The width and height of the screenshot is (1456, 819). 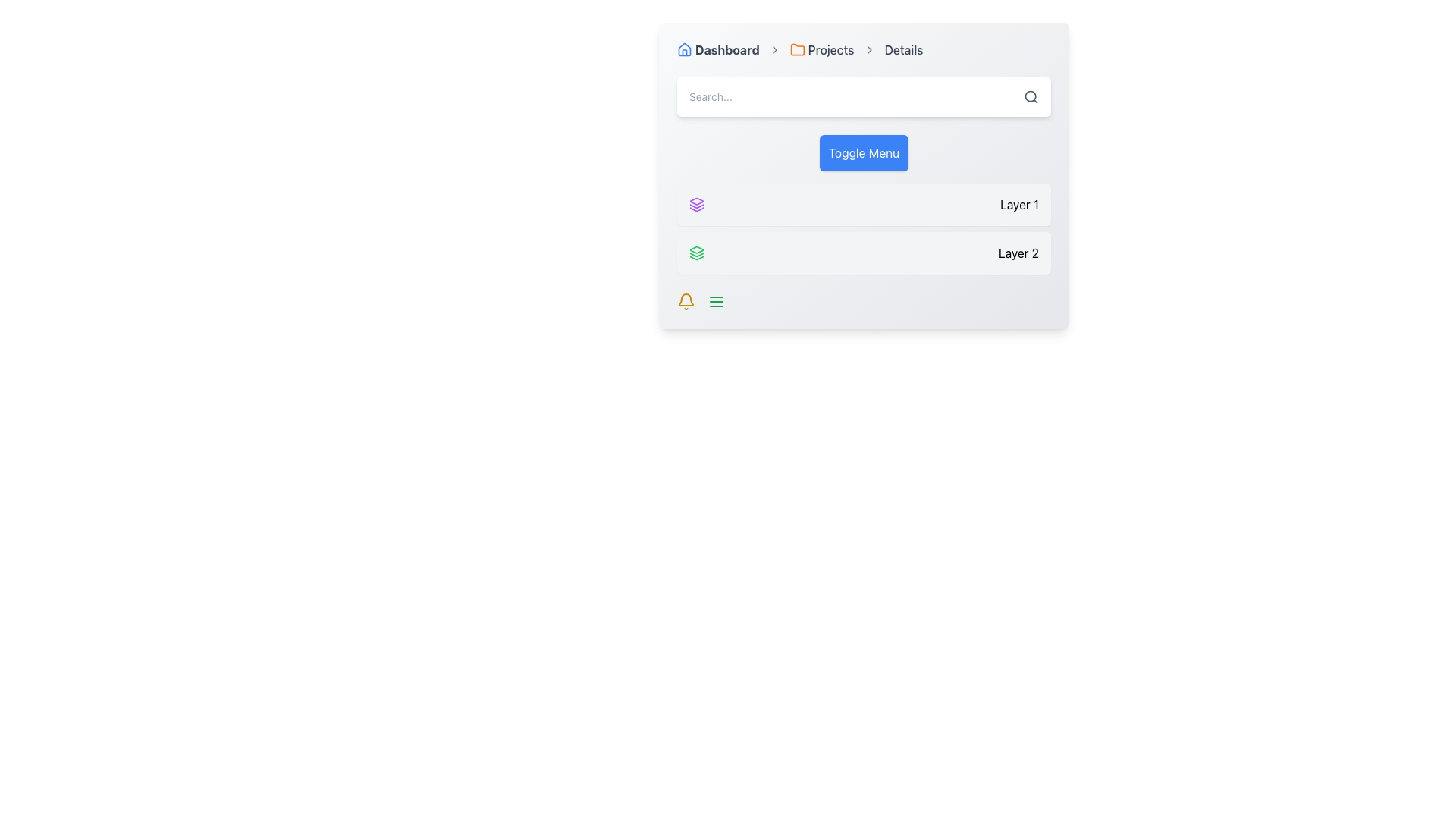 What do you see at coordinates (695, 257) in the screenshot?
I see `the third layer-like icon with a green and red appearance in the vertical menu section, located below the search bar` at bounding box center [695, 257].